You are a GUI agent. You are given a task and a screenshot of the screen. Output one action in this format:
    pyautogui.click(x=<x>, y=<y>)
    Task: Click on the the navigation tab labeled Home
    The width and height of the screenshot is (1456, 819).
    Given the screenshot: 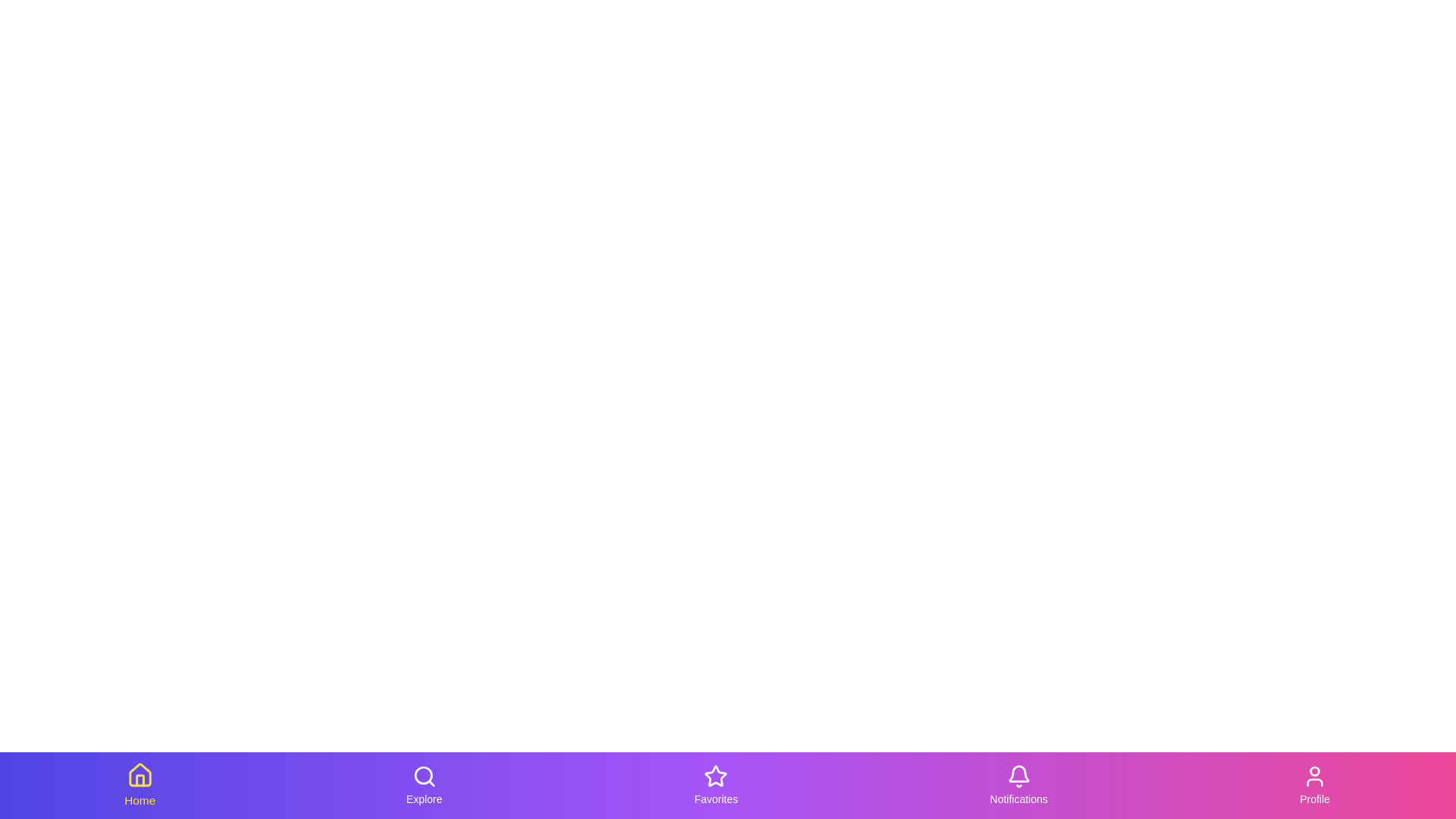 What is the action you would take?
    pyautogui.click(x=140, y=785)
    